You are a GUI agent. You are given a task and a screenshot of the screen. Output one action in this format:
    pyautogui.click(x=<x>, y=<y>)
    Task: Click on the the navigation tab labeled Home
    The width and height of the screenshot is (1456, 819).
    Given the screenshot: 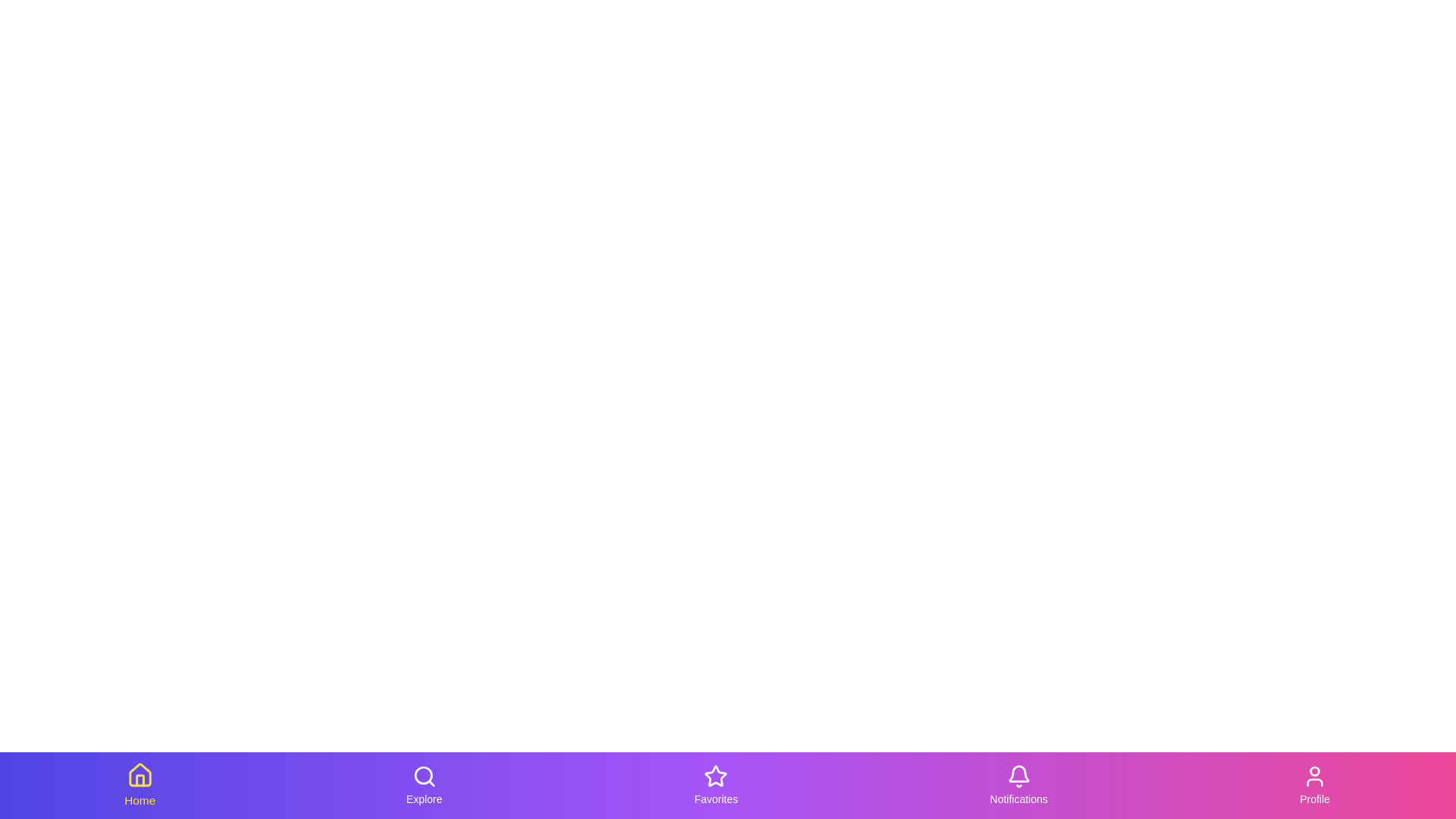 What is the action you would take?
    pyautogui.click(x=140, y=785)
    